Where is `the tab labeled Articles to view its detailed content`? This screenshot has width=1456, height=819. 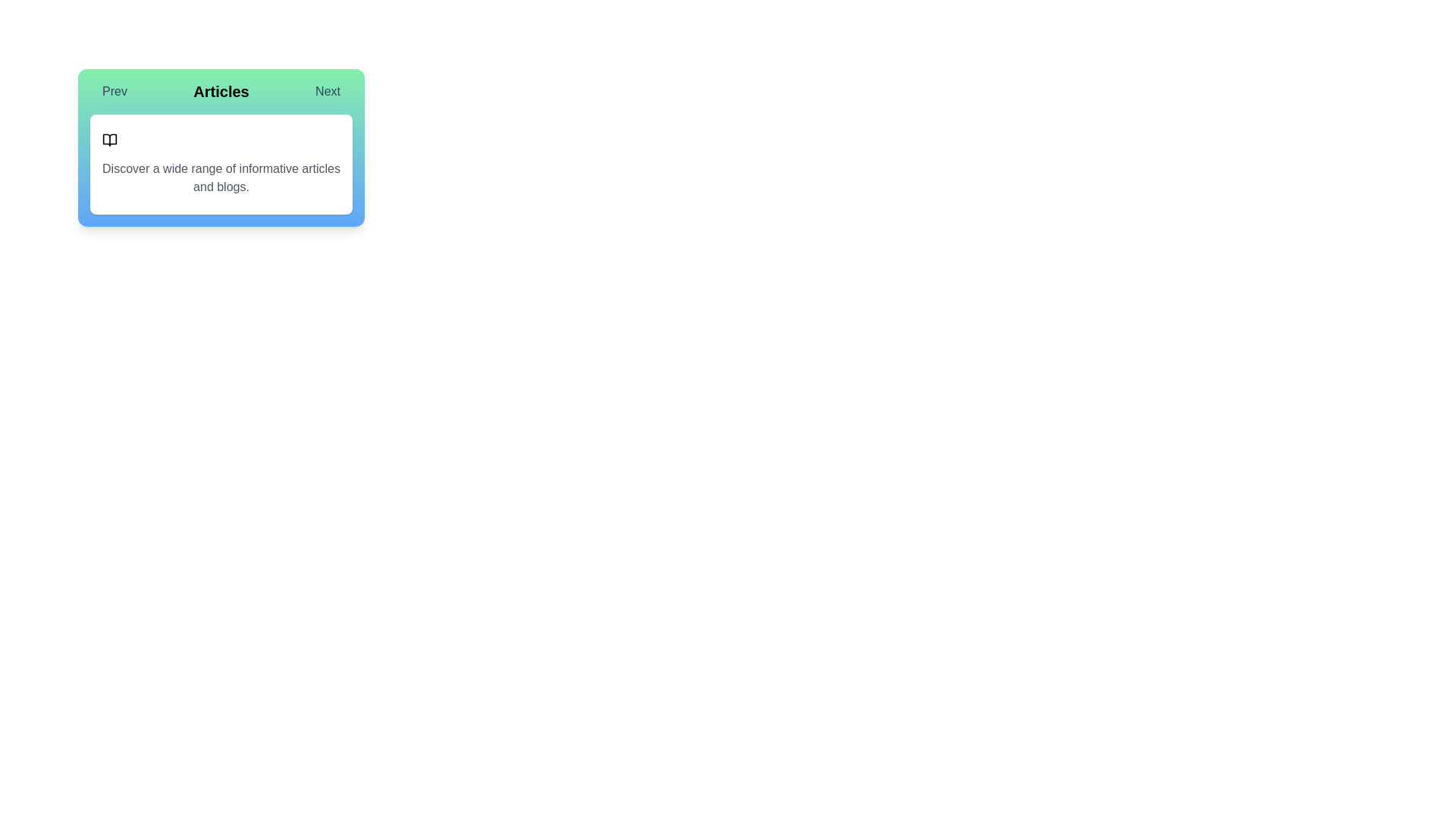
the tab labeled Articles to view its detailed content is located at coordinates (221, 91).